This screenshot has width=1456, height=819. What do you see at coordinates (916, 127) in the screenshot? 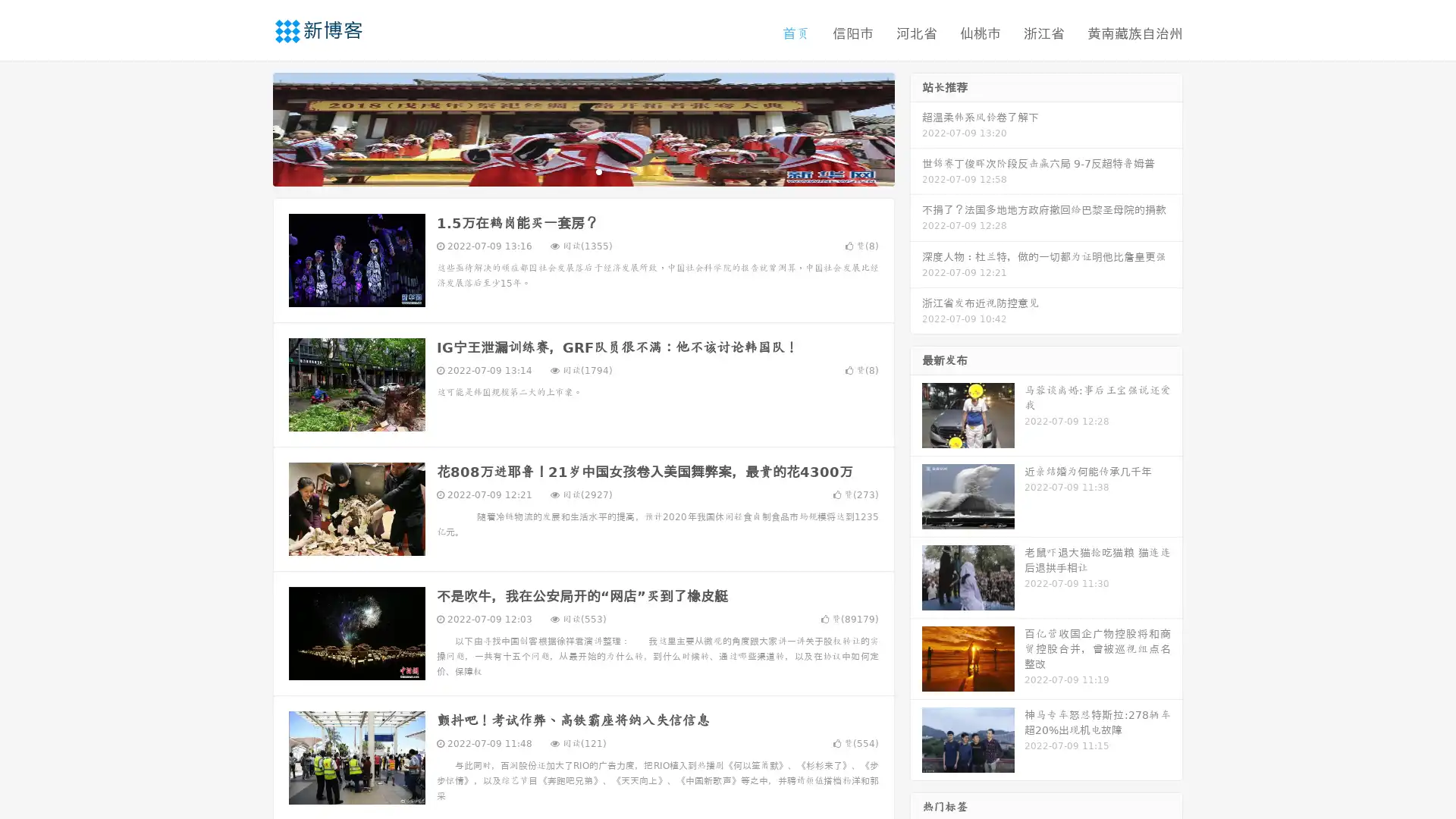
I see `Next slide` at bounding box center [916, 127].